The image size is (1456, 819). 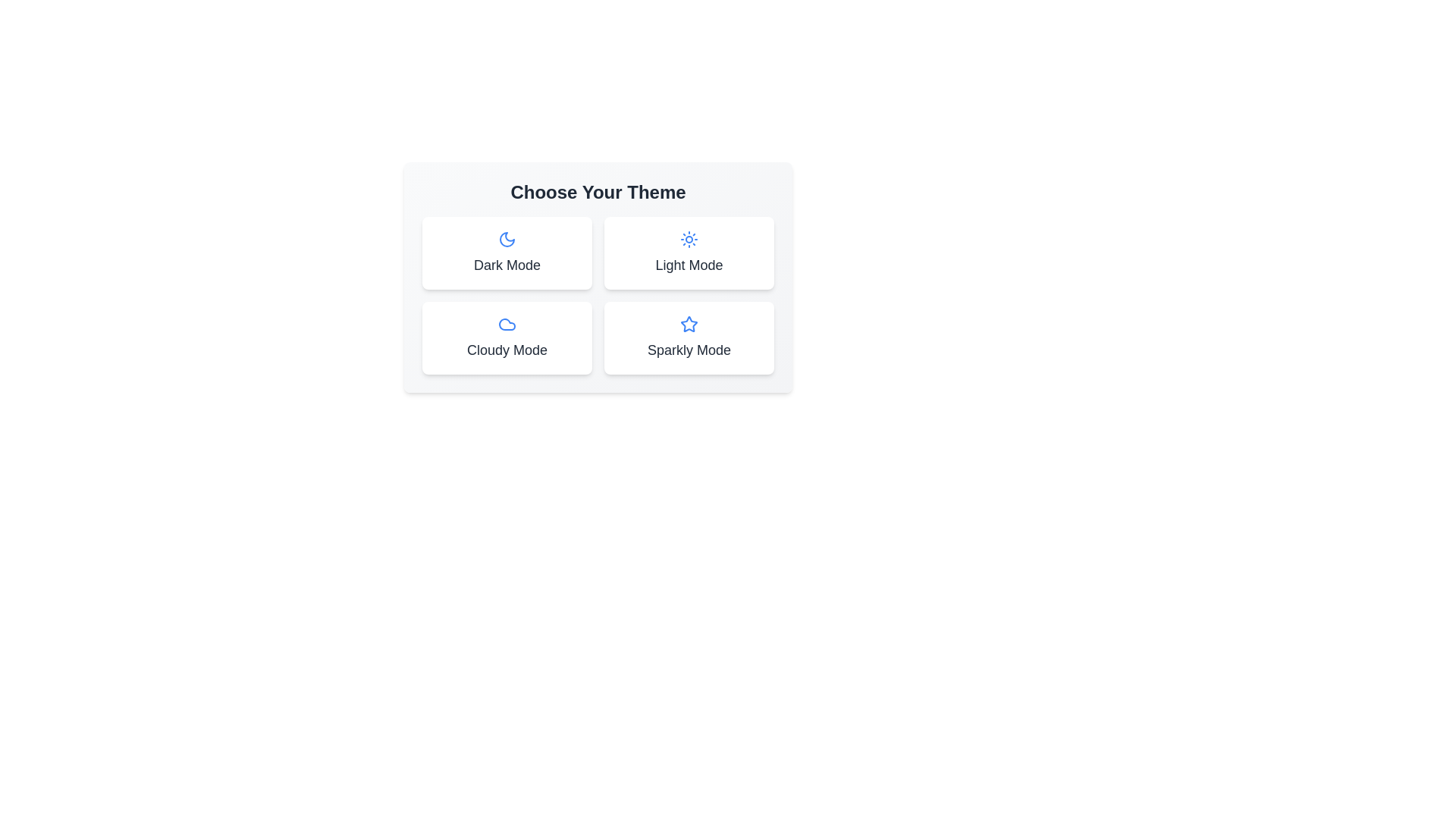 I want to click on the blue star icon, which is outlined and positioned above the text 'Sparkly Mode' within its card in the bottom-right corner of the grid, so click(x=688, y=324).